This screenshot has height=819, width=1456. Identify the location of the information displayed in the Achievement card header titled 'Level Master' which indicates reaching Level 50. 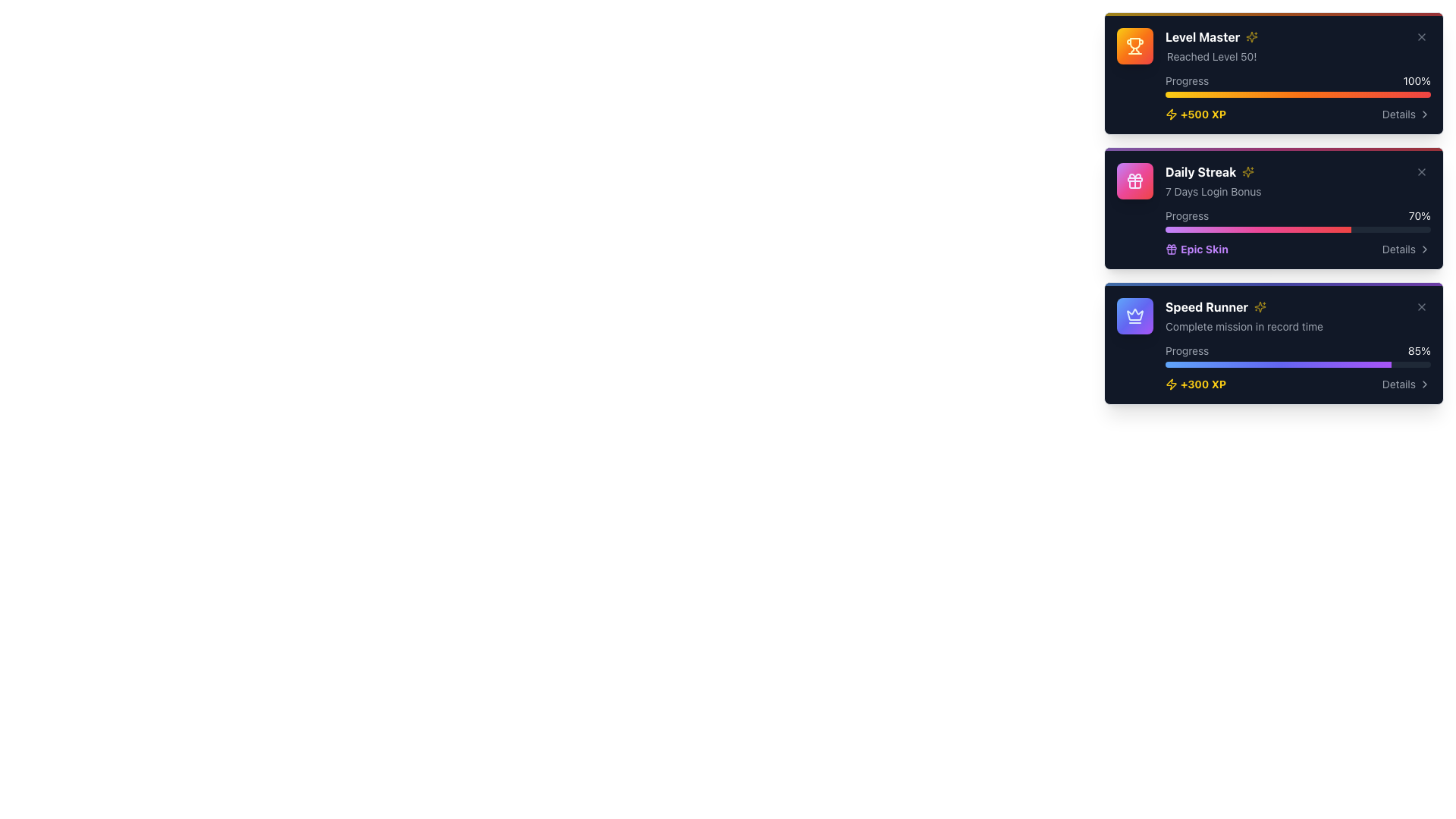
(1298, 45).